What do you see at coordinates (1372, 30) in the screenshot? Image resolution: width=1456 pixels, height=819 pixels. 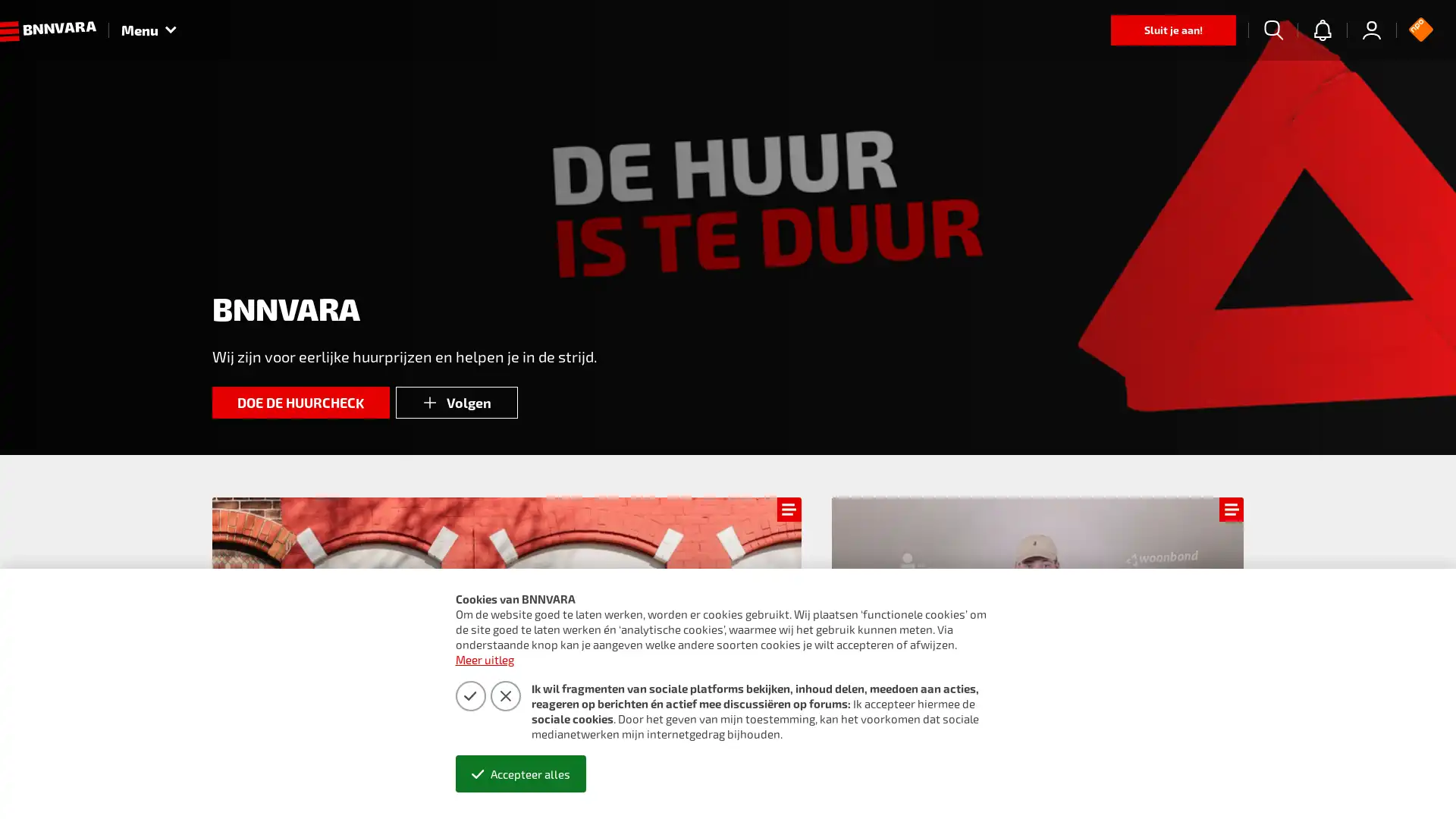 I see `account` at bounding box center [1372, 30].